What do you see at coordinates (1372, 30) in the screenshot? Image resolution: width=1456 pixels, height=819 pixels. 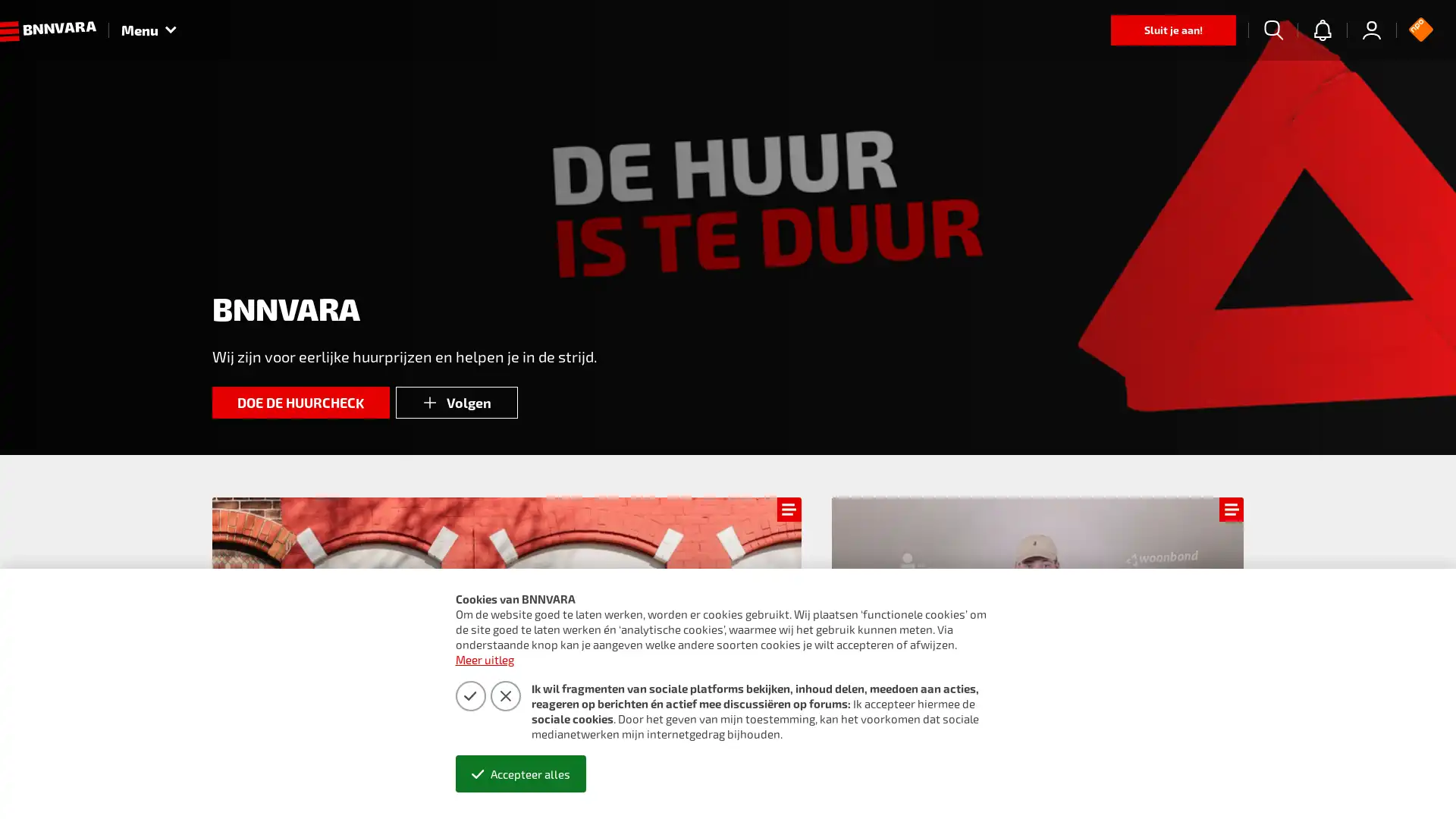 I see `account` at bounding box center [1372, 30].